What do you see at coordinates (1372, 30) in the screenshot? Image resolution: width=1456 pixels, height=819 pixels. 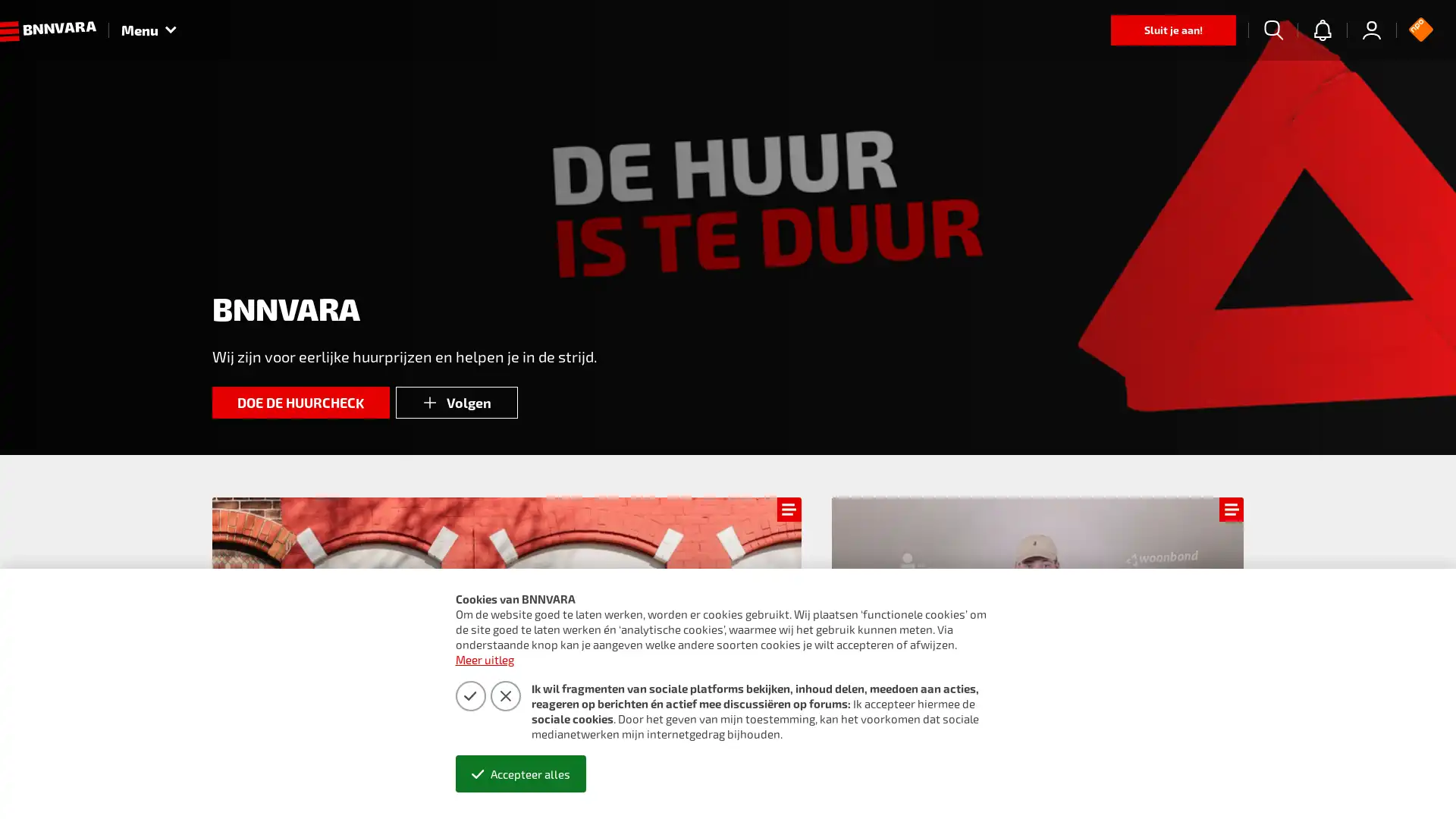 I see `account` at bounding box center [1372, 30].